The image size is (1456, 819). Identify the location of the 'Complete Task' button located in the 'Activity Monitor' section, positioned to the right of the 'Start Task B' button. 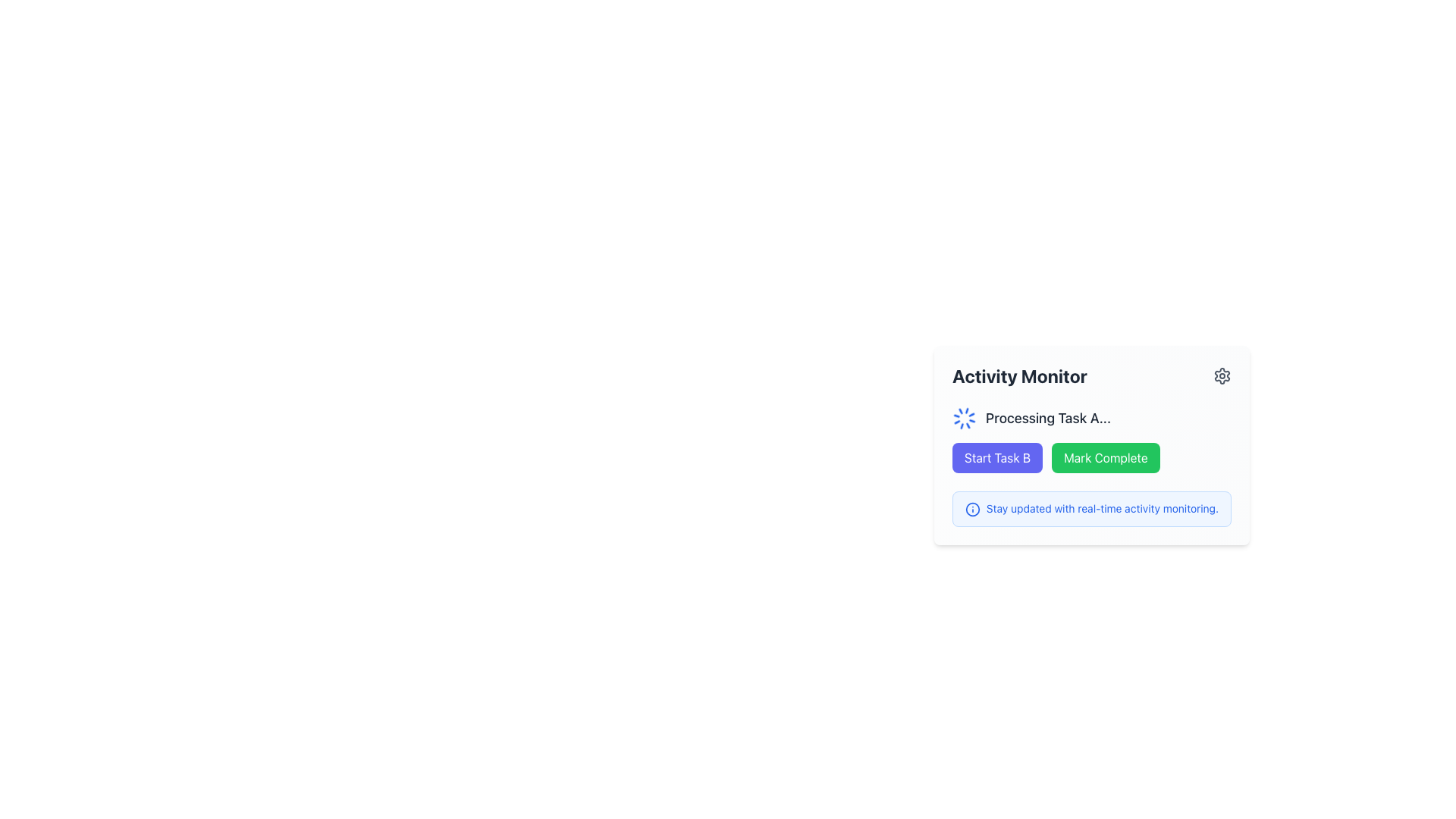
(1106, 457).